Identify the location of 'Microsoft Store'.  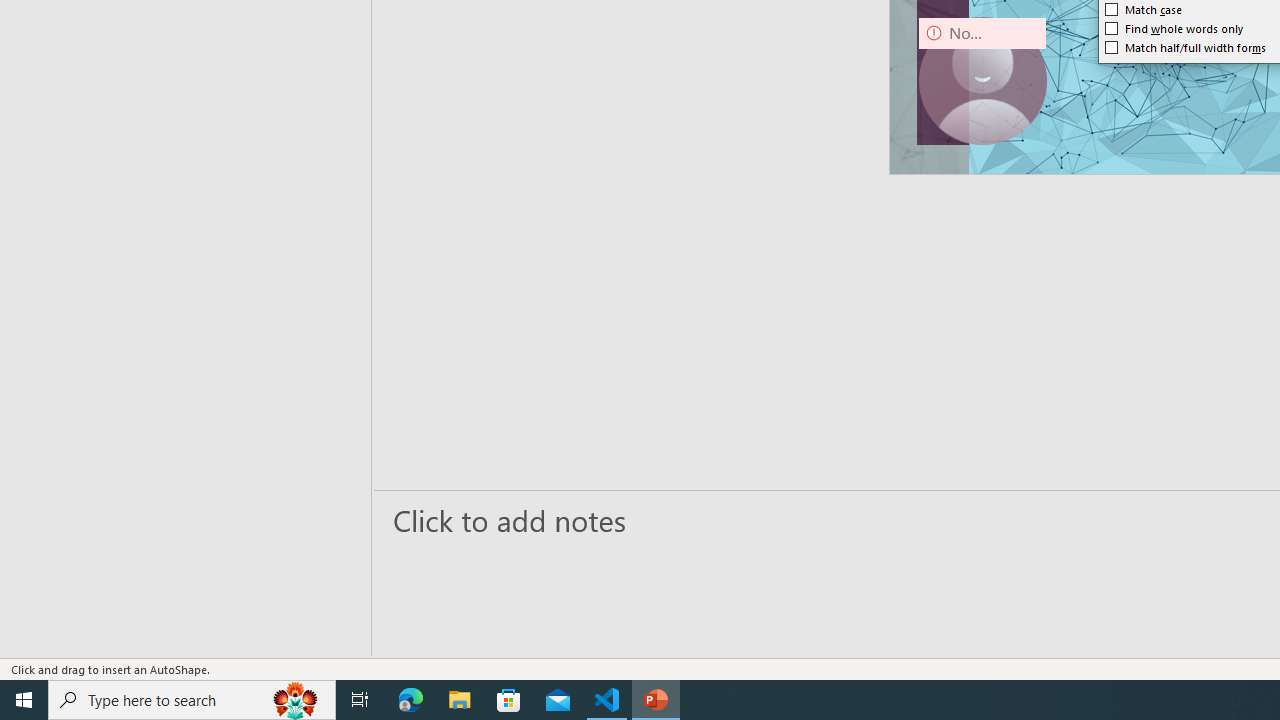
(509, 698).